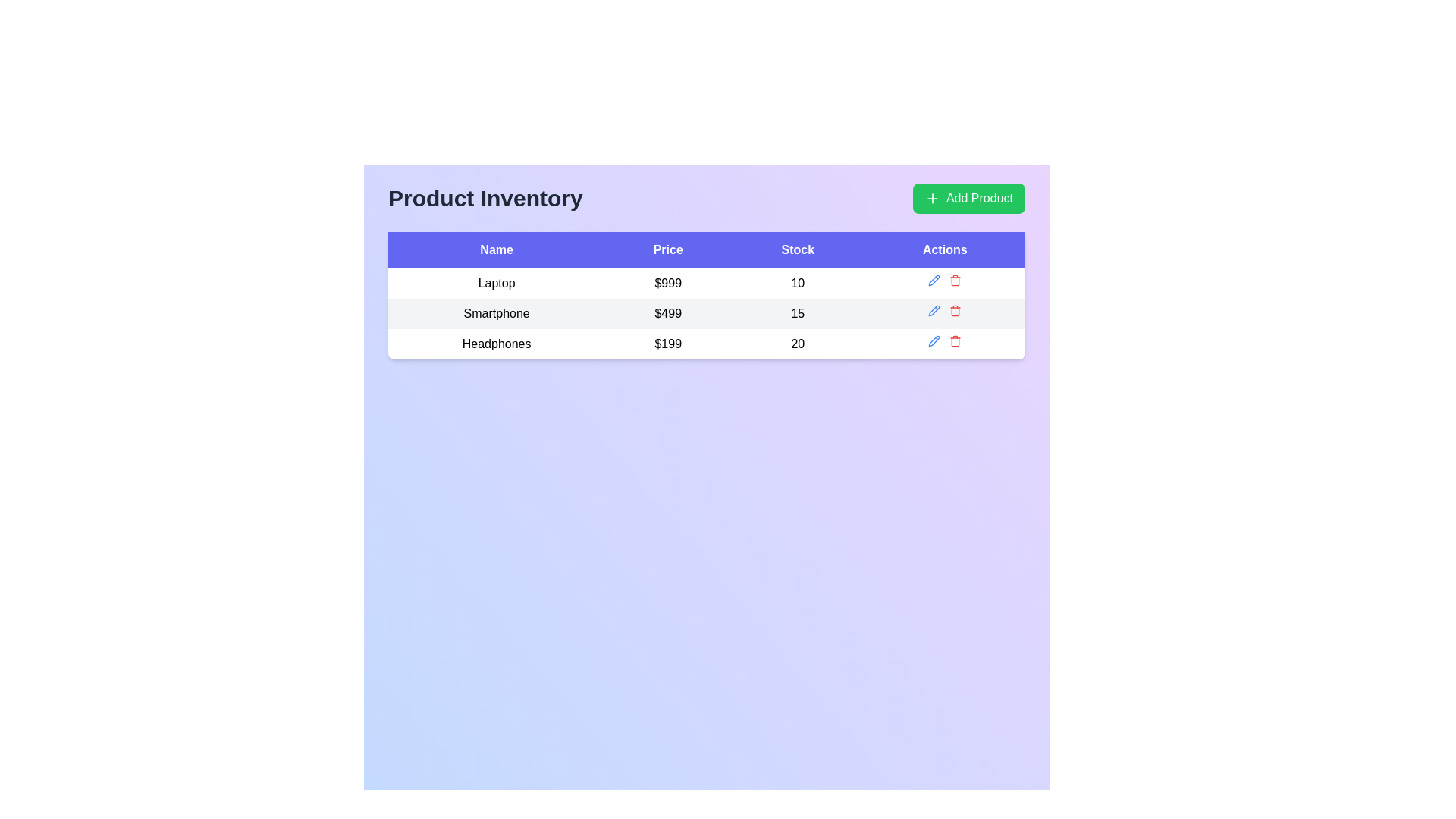 This screenshot has width=1456, height=819. Describe the element at coordinates (934, 341) in the screenshot. I see `the blue pencil icon indicating edit functionality, located in the last row of the table within the 'Actions' column, second from the left, adjacent to the red trashcan icon` at that location.